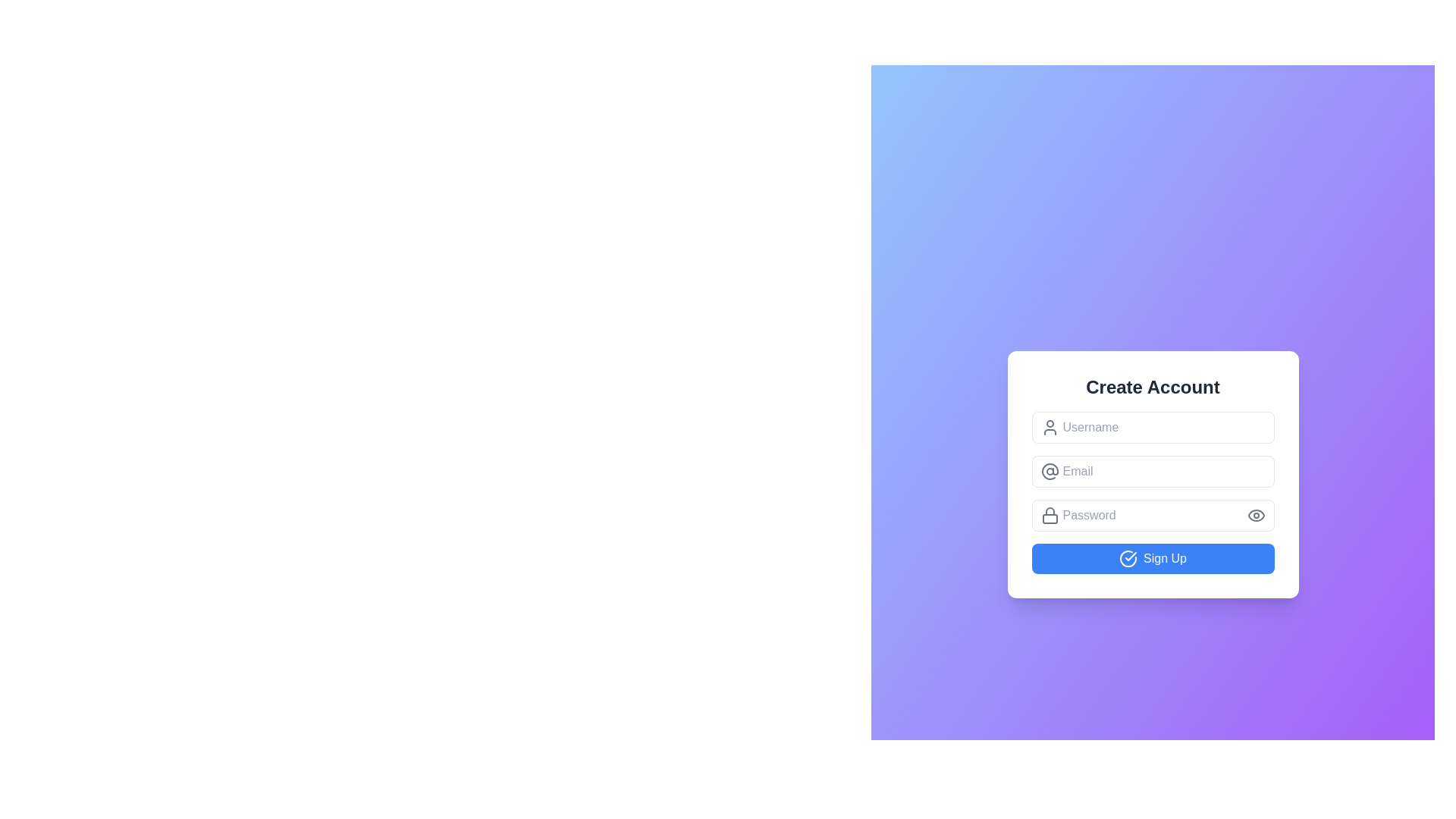 The height and width of the screenshot is (819, 1456). Describe the element at coordinates (1049, 514) in the screenshot. I see `lock icon located to the left of the password input field by opening developer tools` at that location.